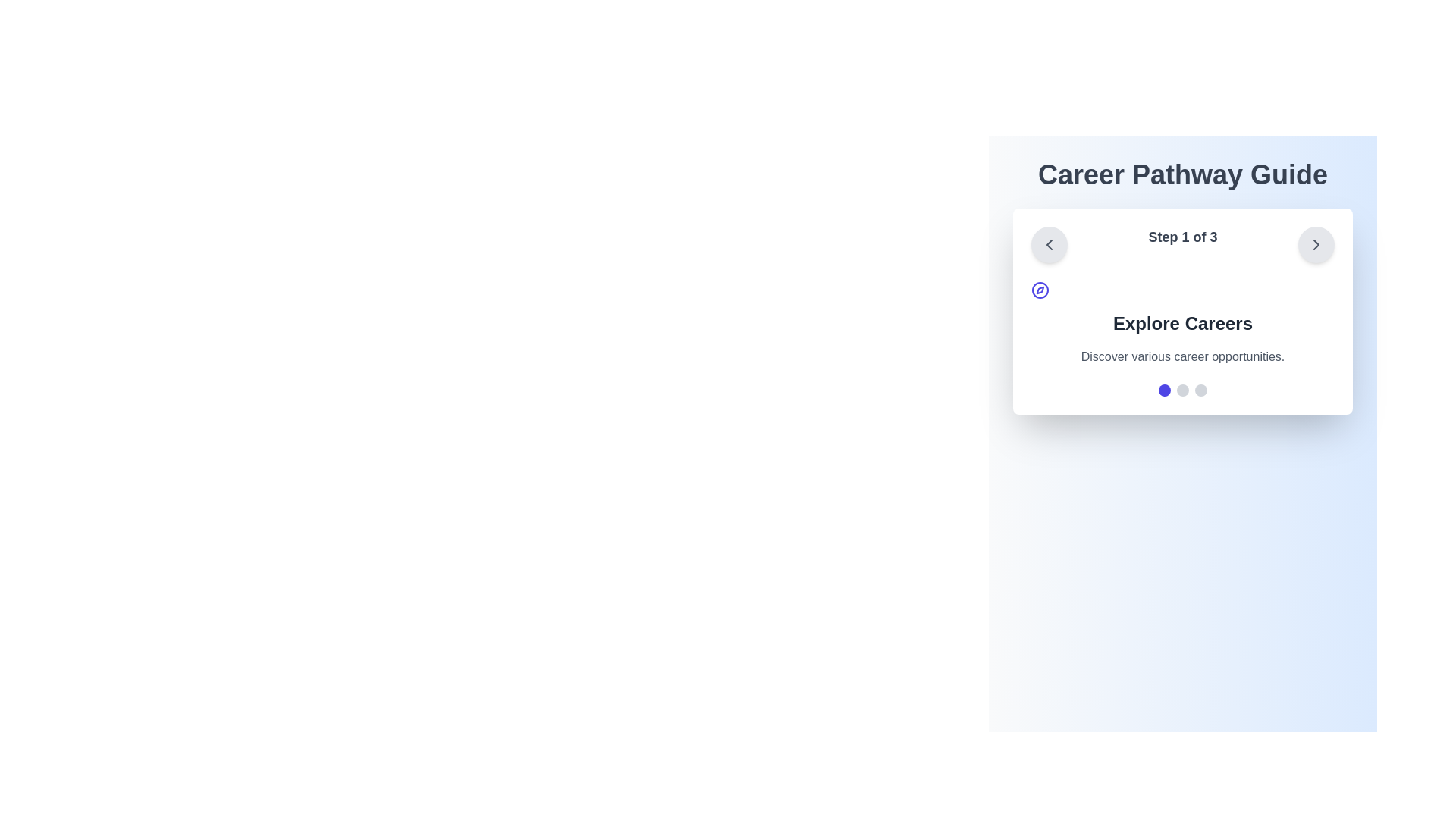 This screenshot has width=1456, height=819. What do you see at coordinates (1200, 390) in the screenshot?
I see `the third circular step indicator button, which is gray and represents an inactive state, located below the text 'Explore Careers'` at bounding box center [1200, 390].